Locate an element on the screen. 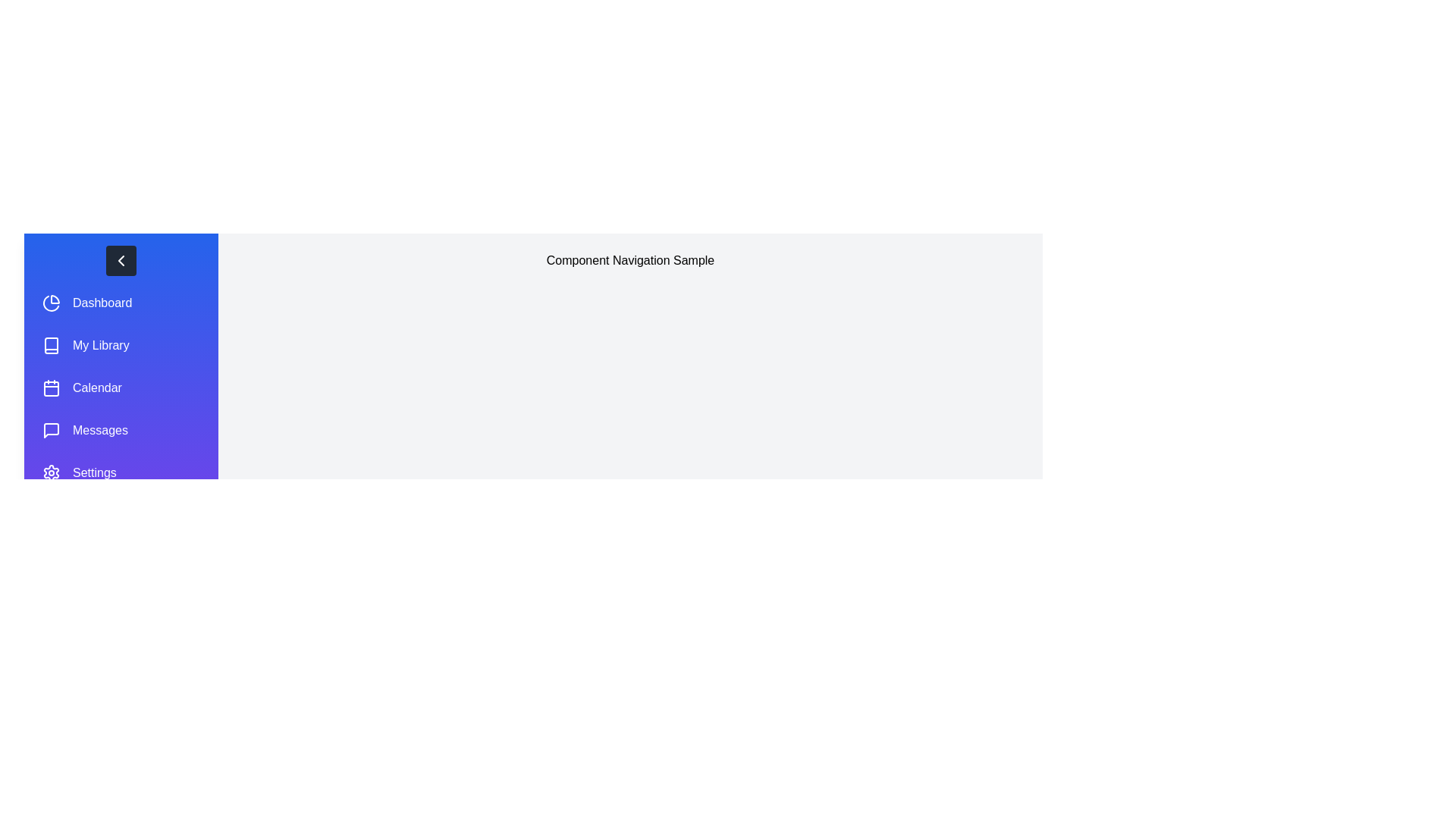 This screenshot has width=1456, height=819. the menu item Settings from the navigation panel is located at coordinates (120, 472).